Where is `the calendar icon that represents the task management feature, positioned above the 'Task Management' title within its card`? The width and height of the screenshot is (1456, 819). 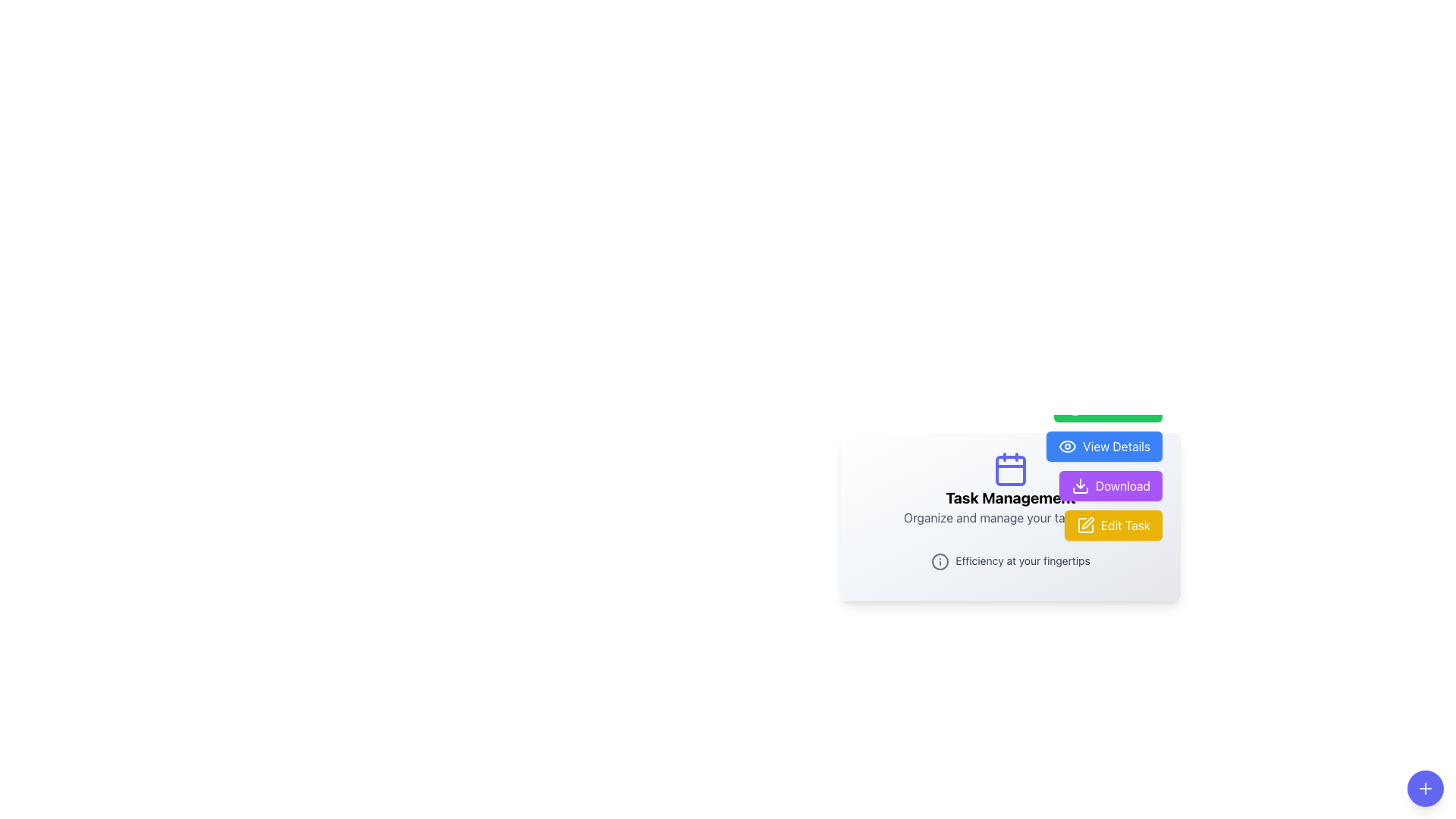 the calendar icon that represents the task management feature, positioned above the 'Task Management' title within its card is located at coordinates (1011, 468).